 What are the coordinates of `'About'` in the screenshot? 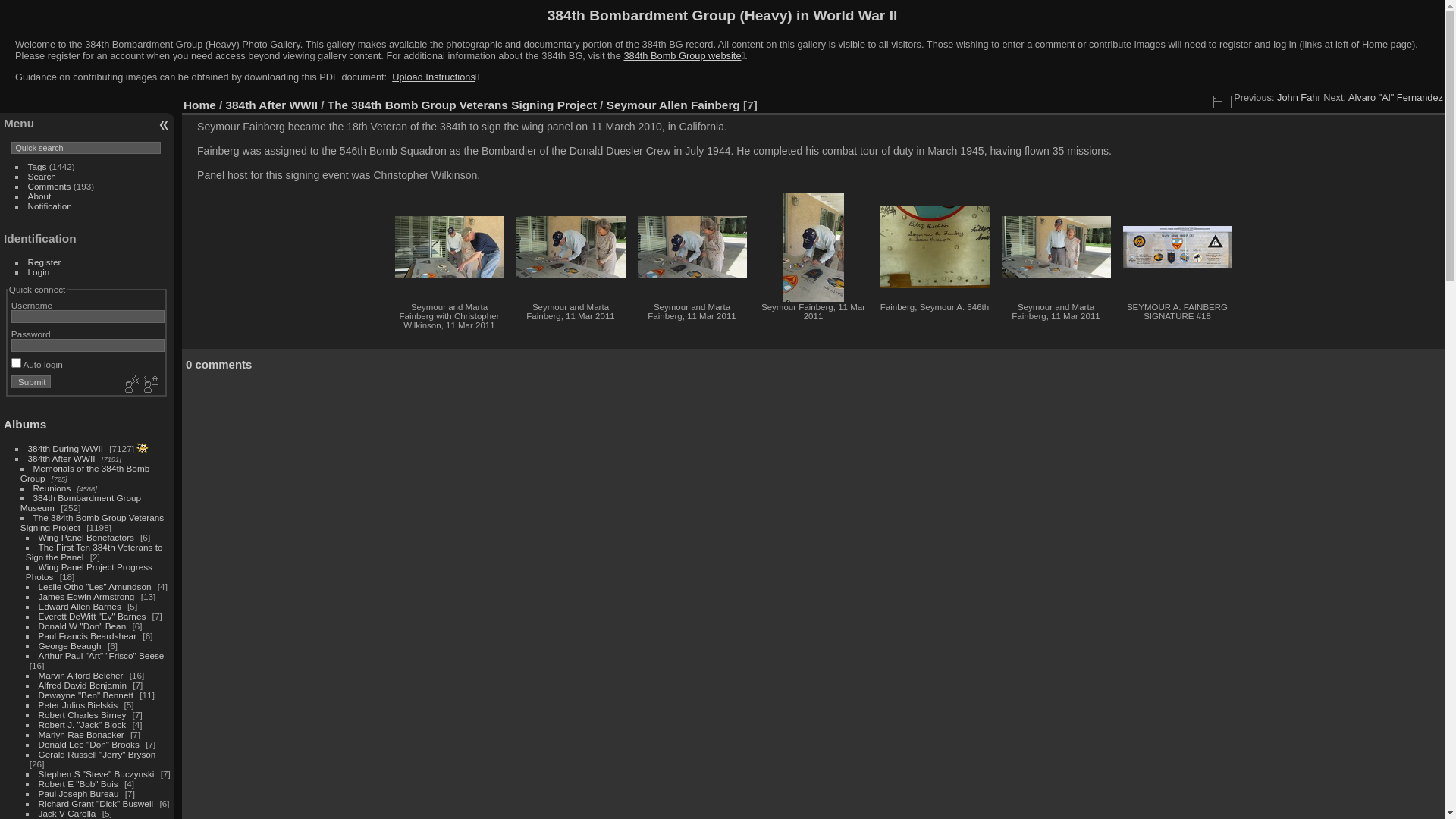 It's located at (39, 195).